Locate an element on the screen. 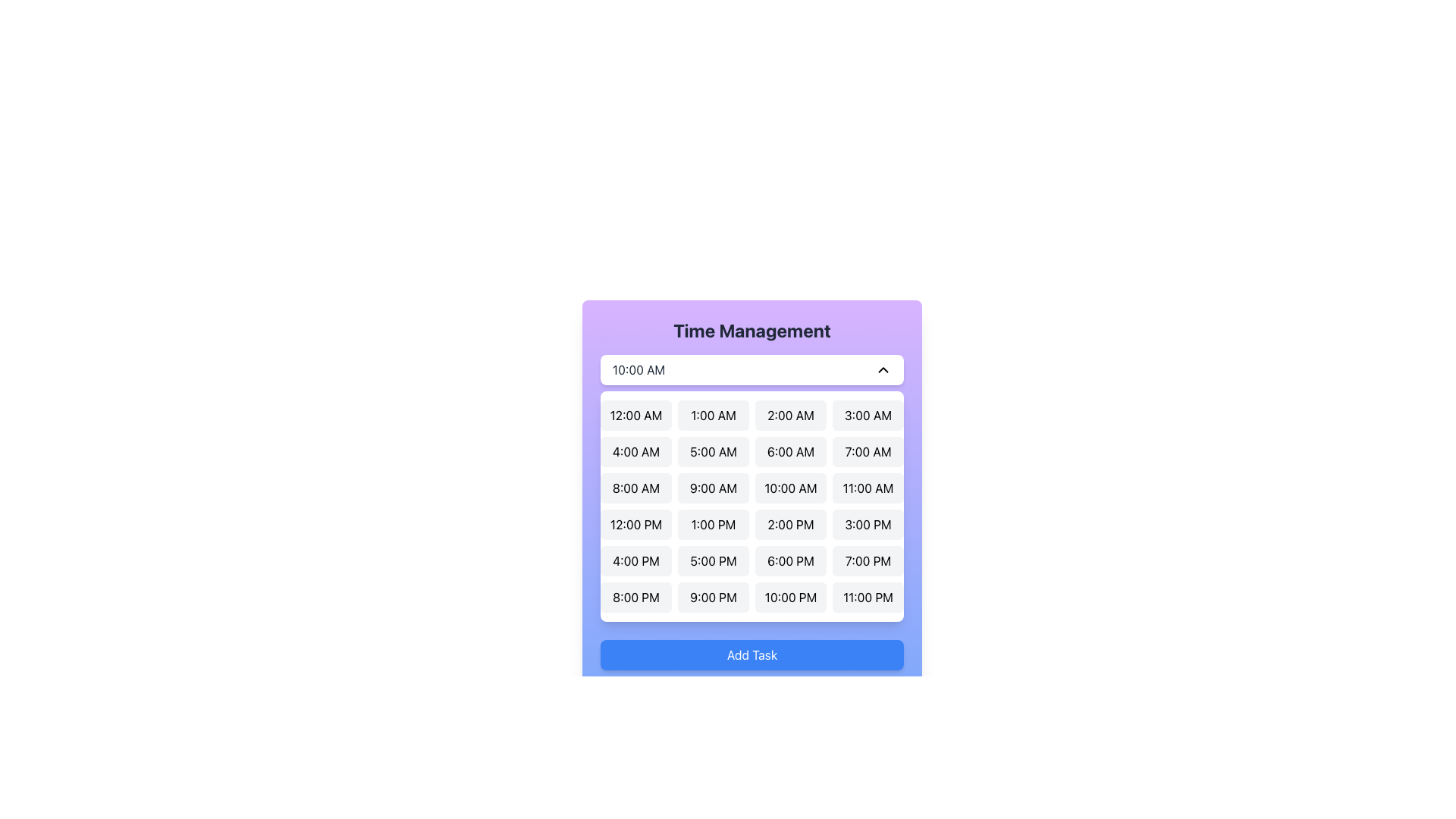 This screenshot has width=1456, height=819. the Time selection grid located in the 'Time Management' modal is located at coordinates (752, 488).